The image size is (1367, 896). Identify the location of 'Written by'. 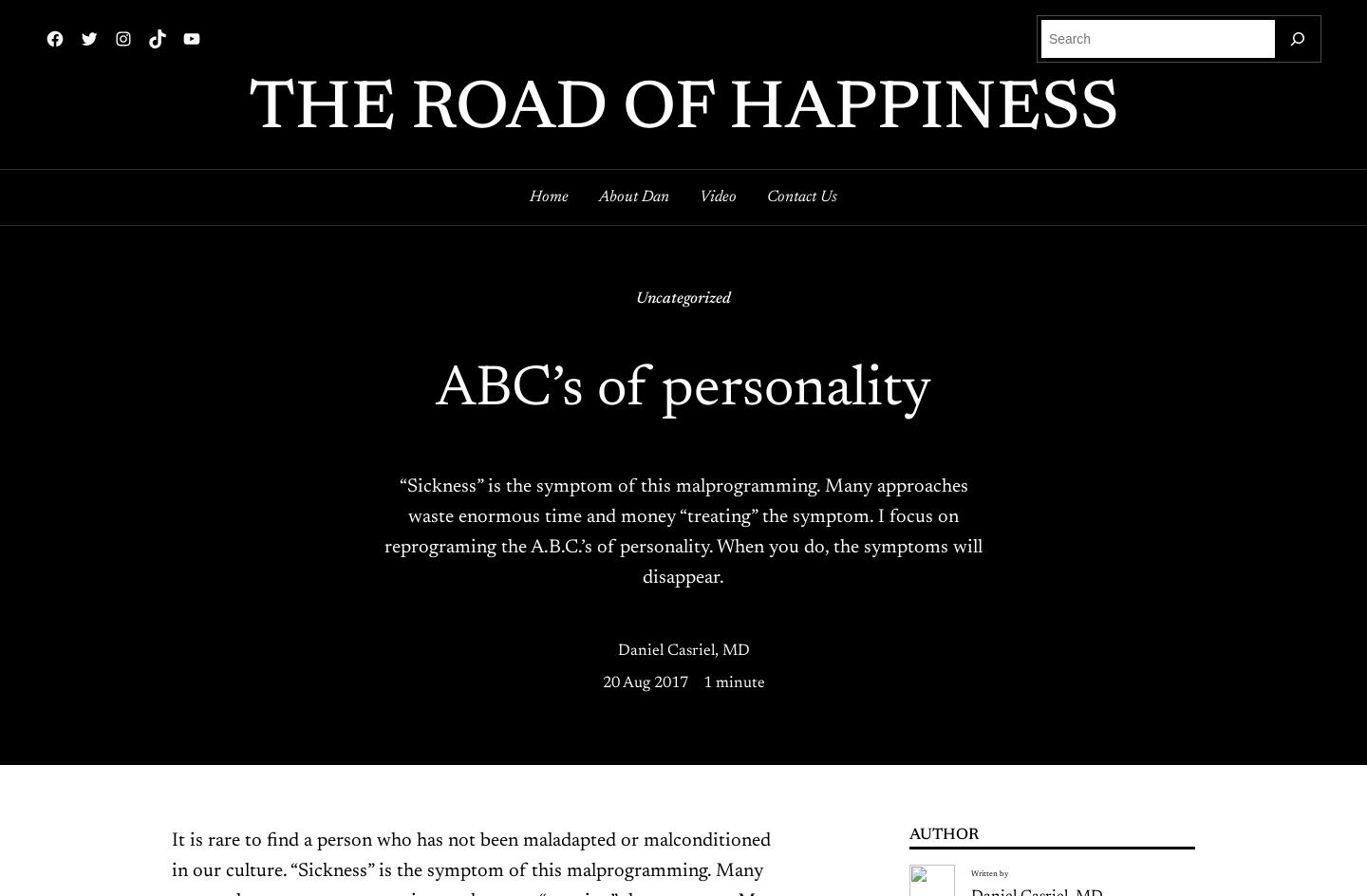
(988, 872).